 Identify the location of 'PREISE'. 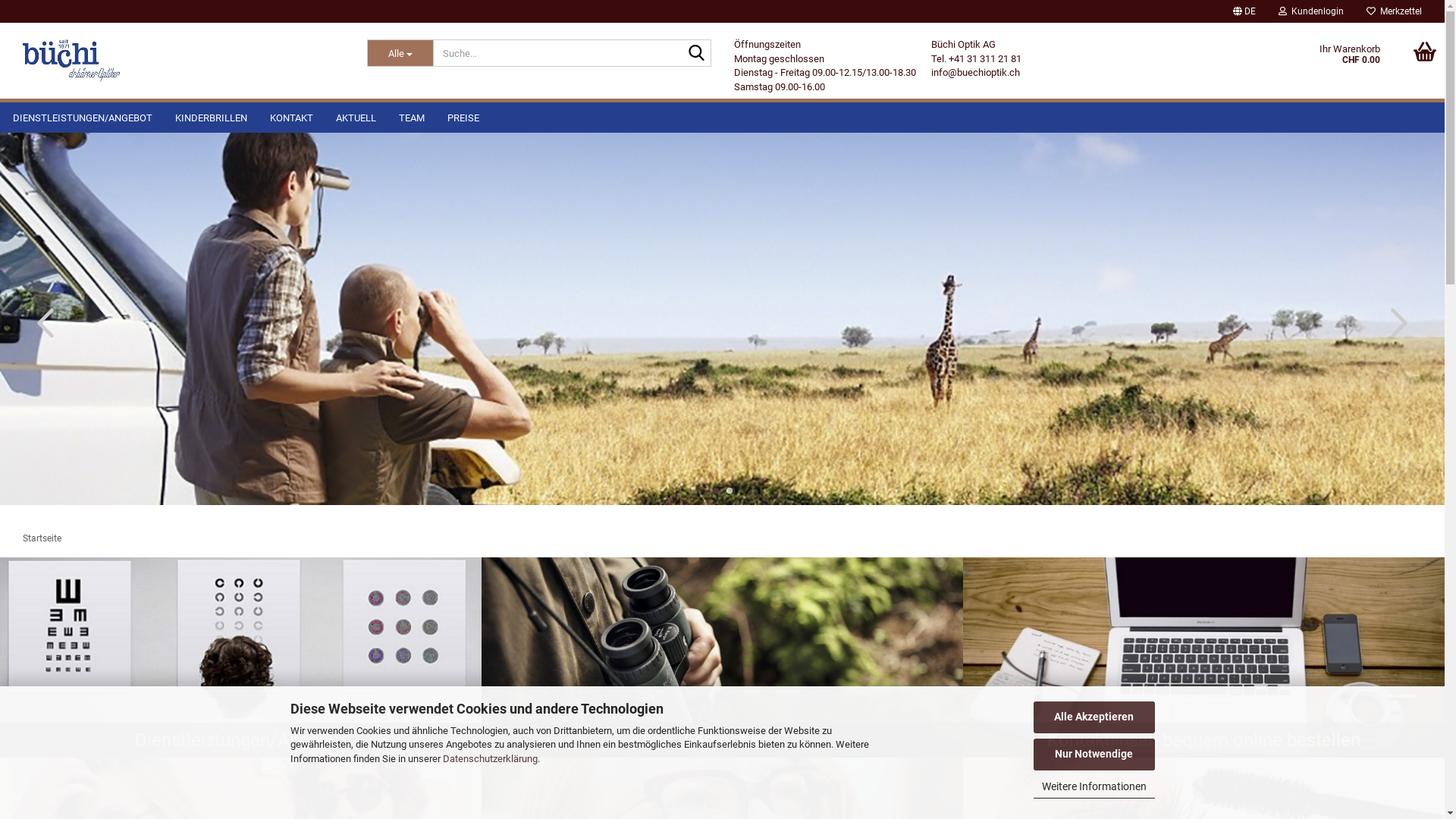
(462, 116).